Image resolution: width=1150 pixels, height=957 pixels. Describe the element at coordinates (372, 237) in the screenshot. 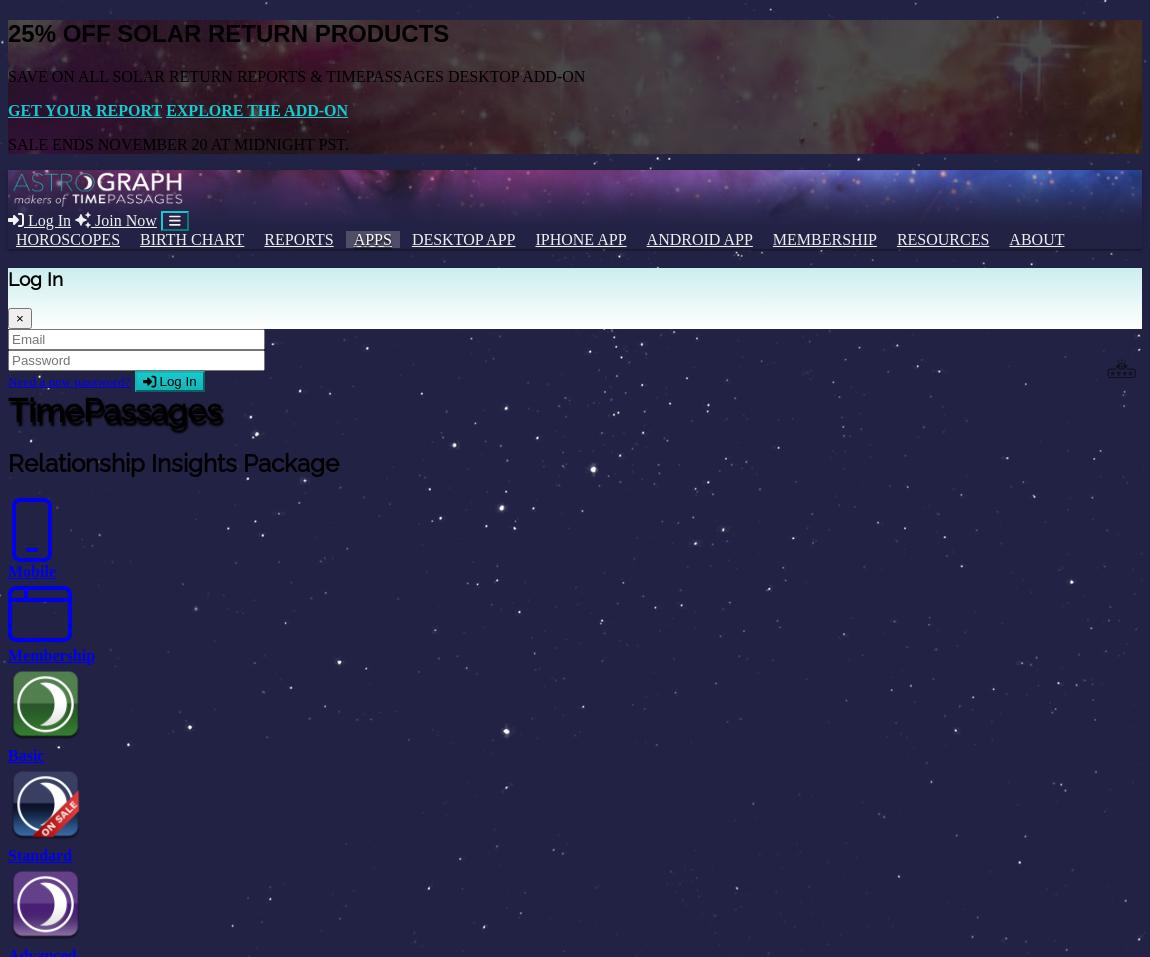

I see `'Apps'` at that location.